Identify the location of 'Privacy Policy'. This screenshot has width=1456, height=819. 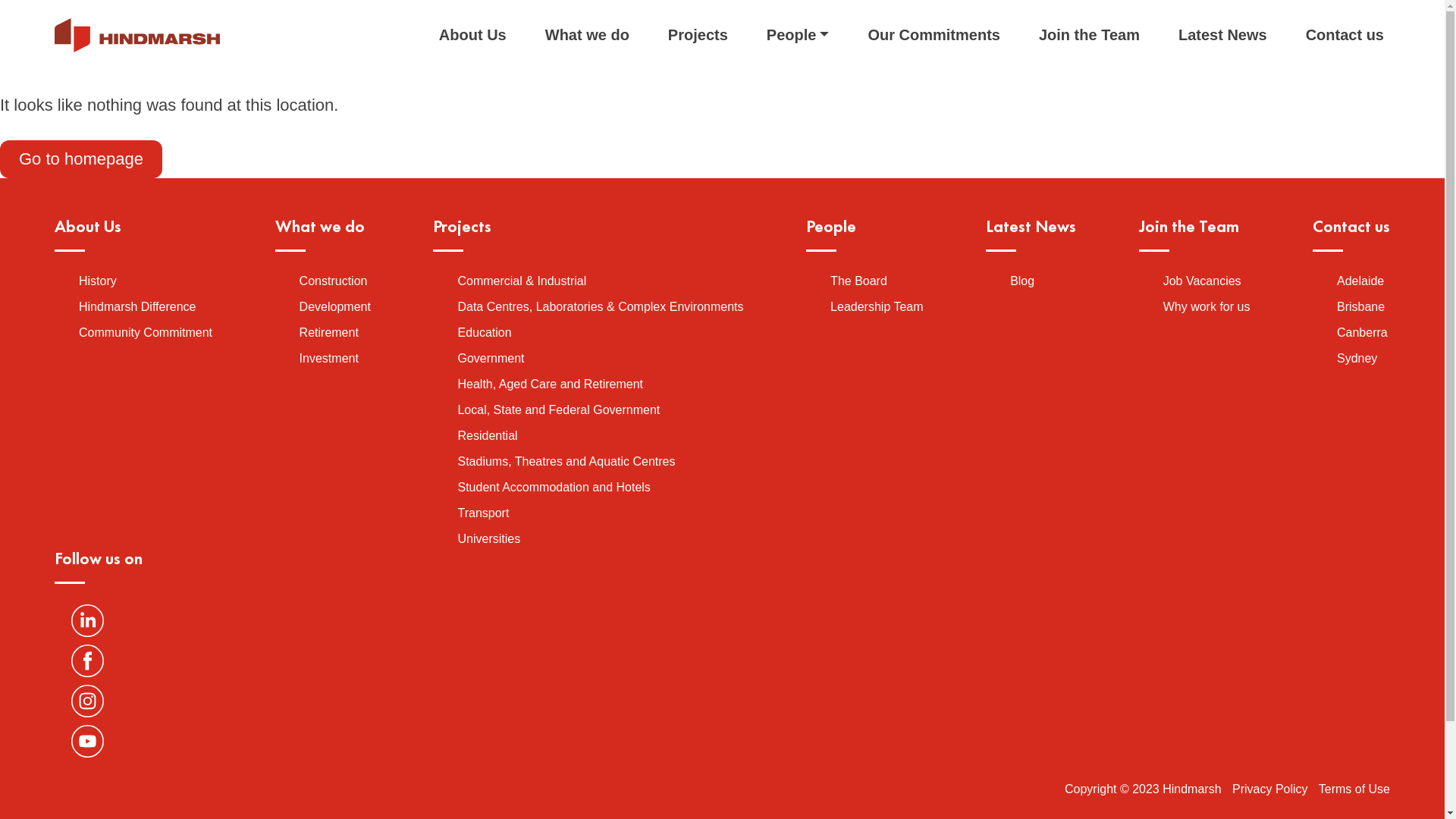
(1232, 788).